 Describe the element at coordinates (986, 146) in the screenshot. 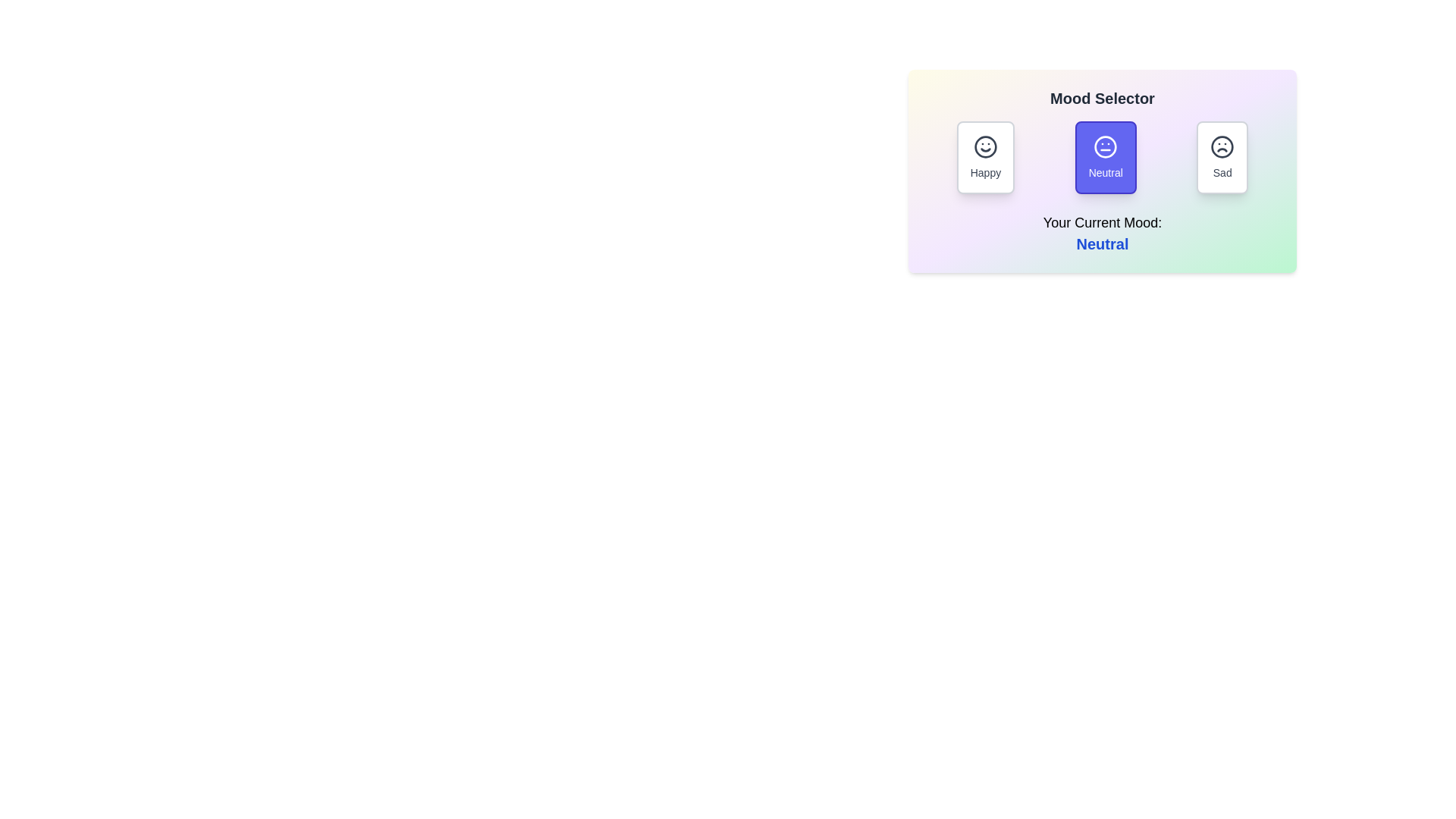

I see `the SVG Circle element that serves as the outer boundary of the 'happy' face icon, which is styled with a stroke color and has no fill` at that location.